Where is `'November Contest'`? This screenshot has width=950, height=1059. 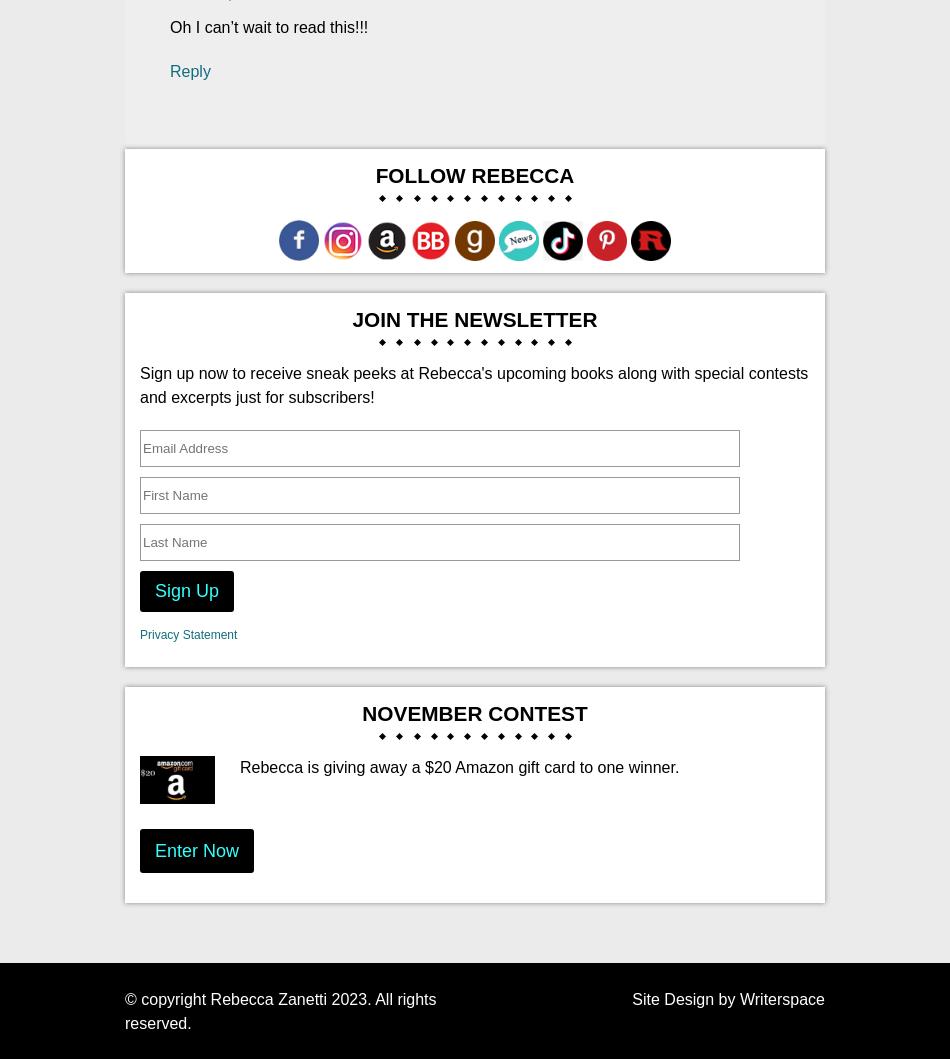
'November Contest' is located at coordinates (473, 713).